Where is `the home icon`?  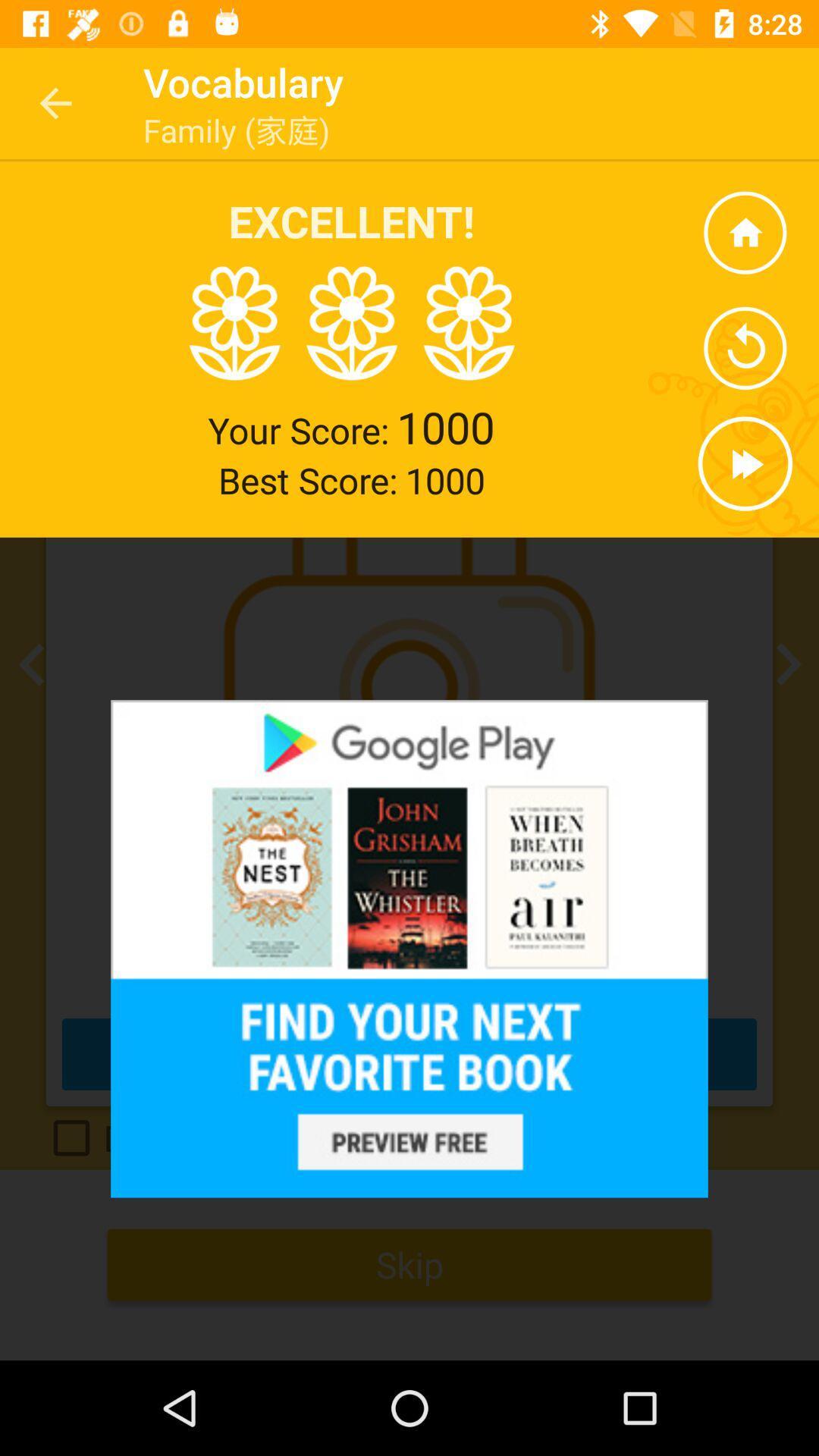
the home icon is located at coordinates (744, 232).